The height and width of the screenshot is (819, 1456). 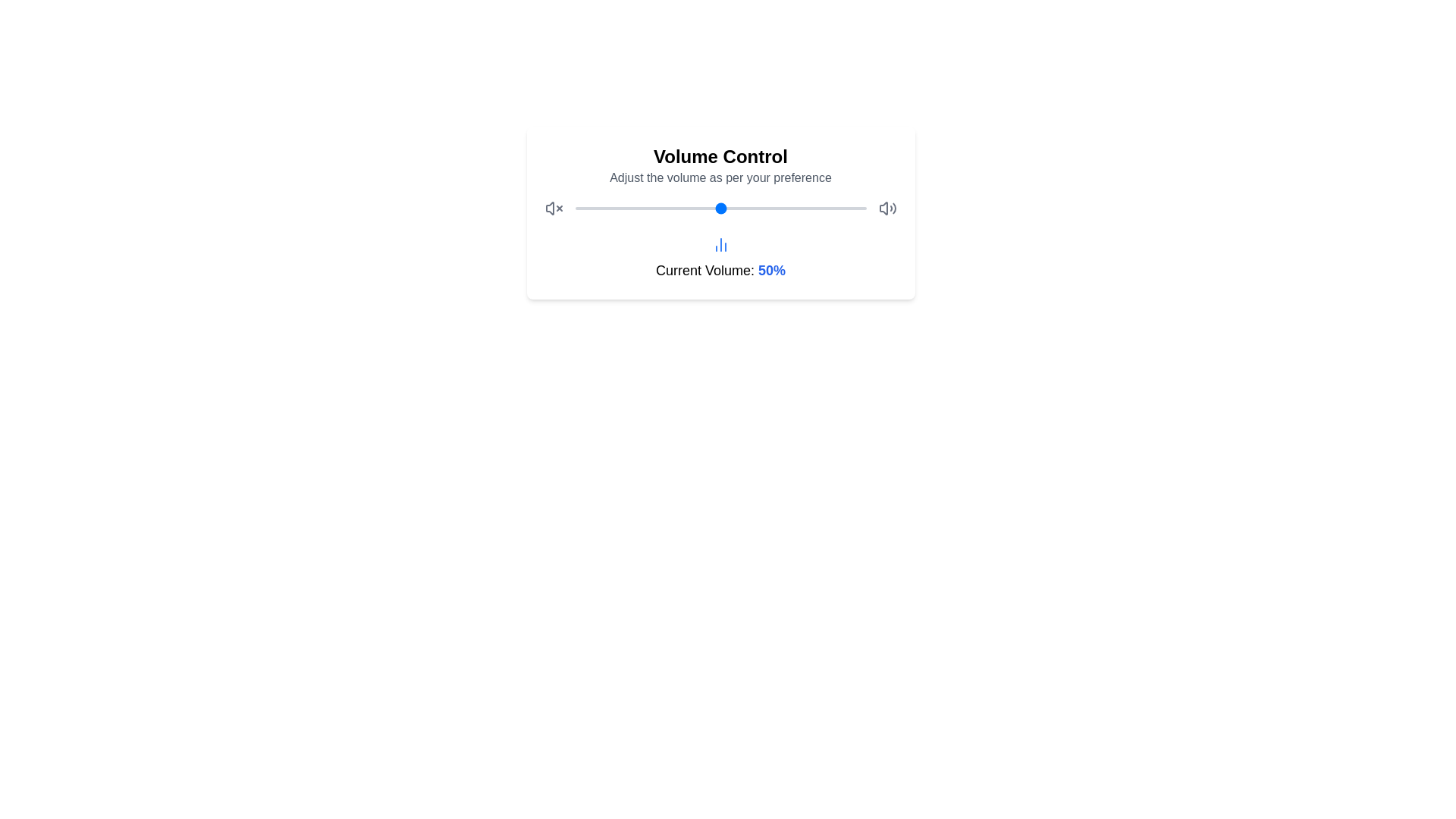 What do you see at coordinates (730, 208) in the screenshot?
I see `the volume slider to set the volume to 53%` at bounding box center [730, 208].